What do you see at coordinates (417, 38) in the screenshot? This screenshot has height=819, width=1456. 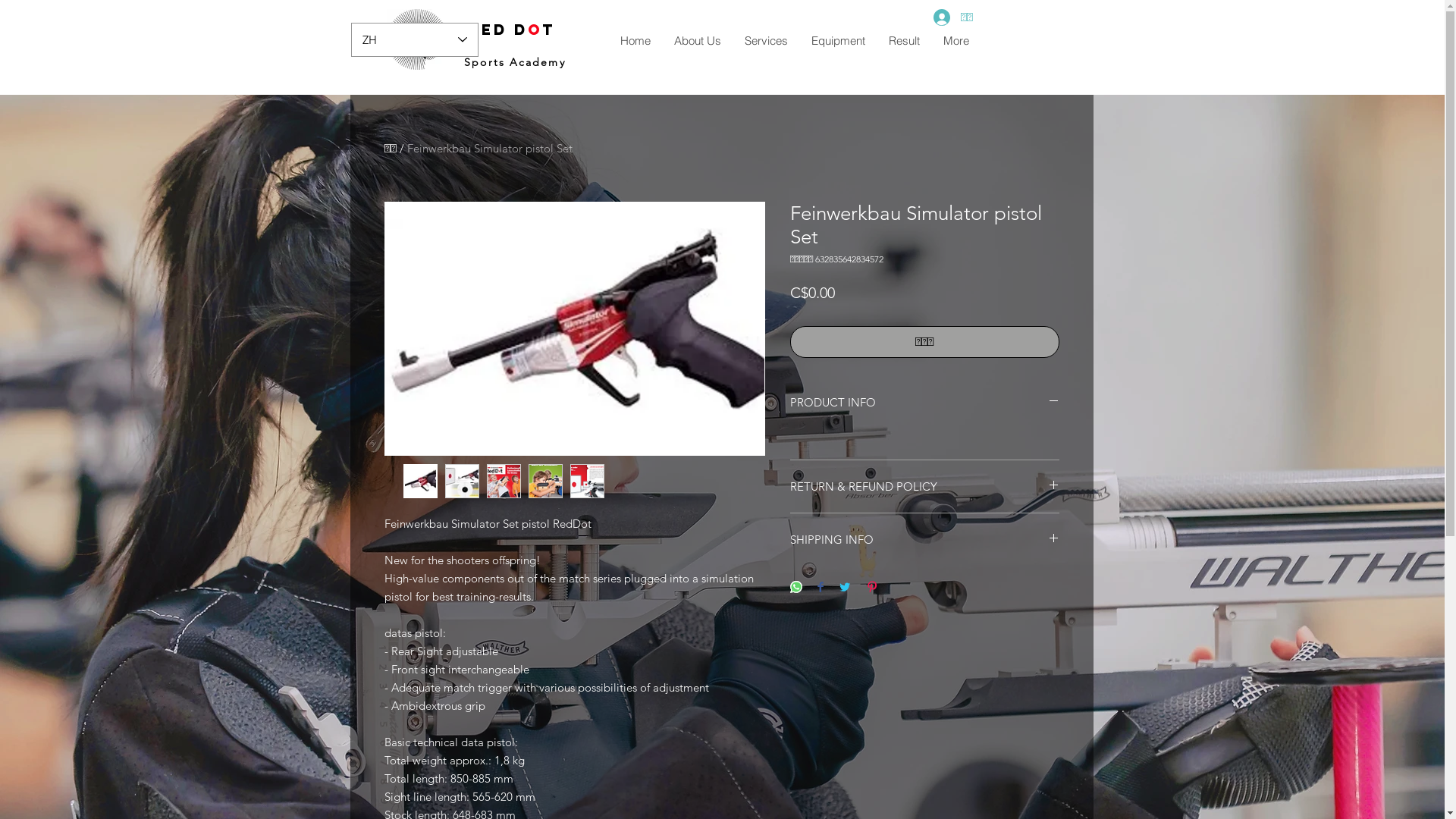 I see `'177 Club Logo new.jpg'` at bounding box center [417, 38].